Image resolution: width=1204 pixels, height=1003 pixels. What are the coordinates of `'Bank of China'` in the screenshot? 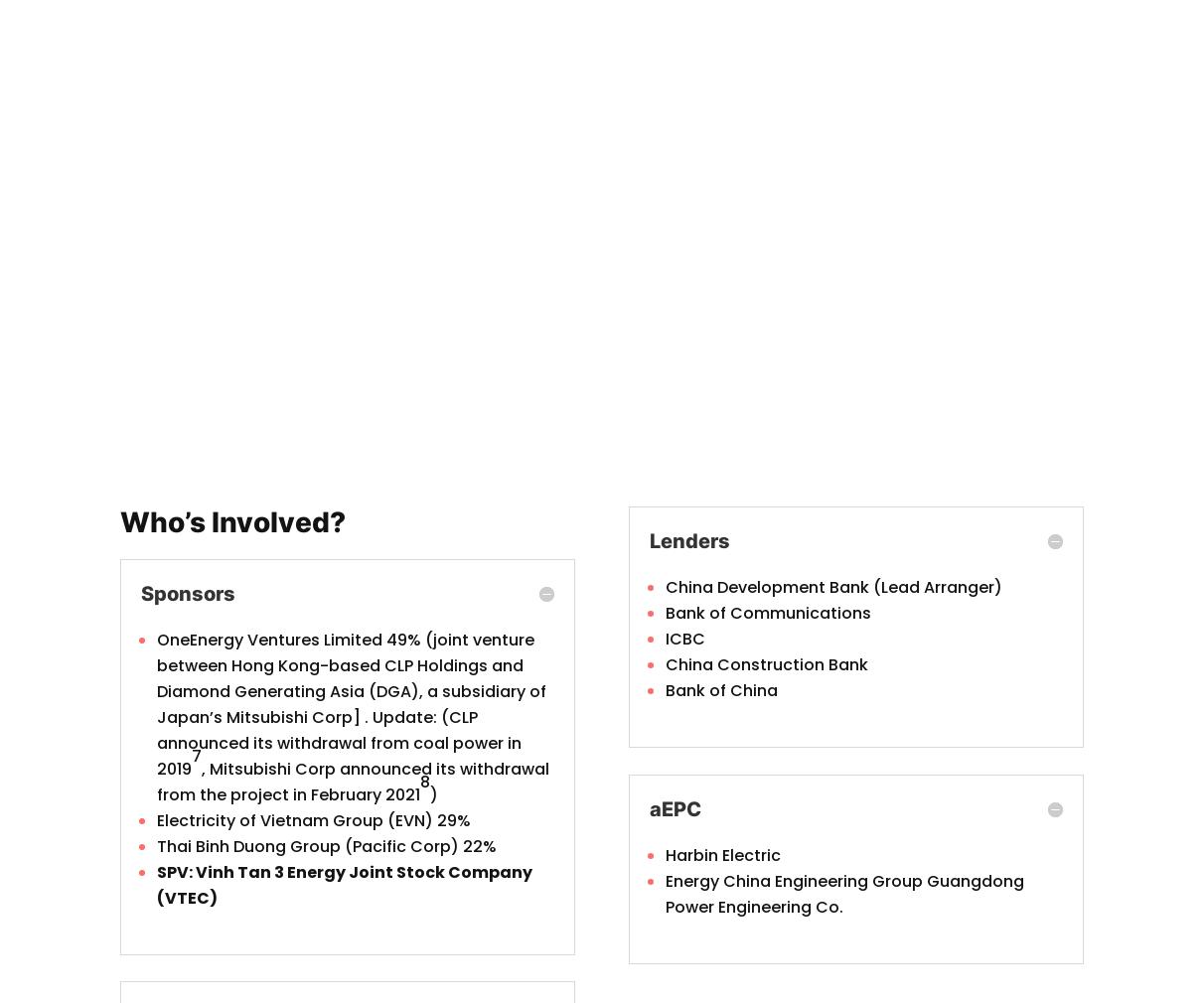 It's located at (720, 689).